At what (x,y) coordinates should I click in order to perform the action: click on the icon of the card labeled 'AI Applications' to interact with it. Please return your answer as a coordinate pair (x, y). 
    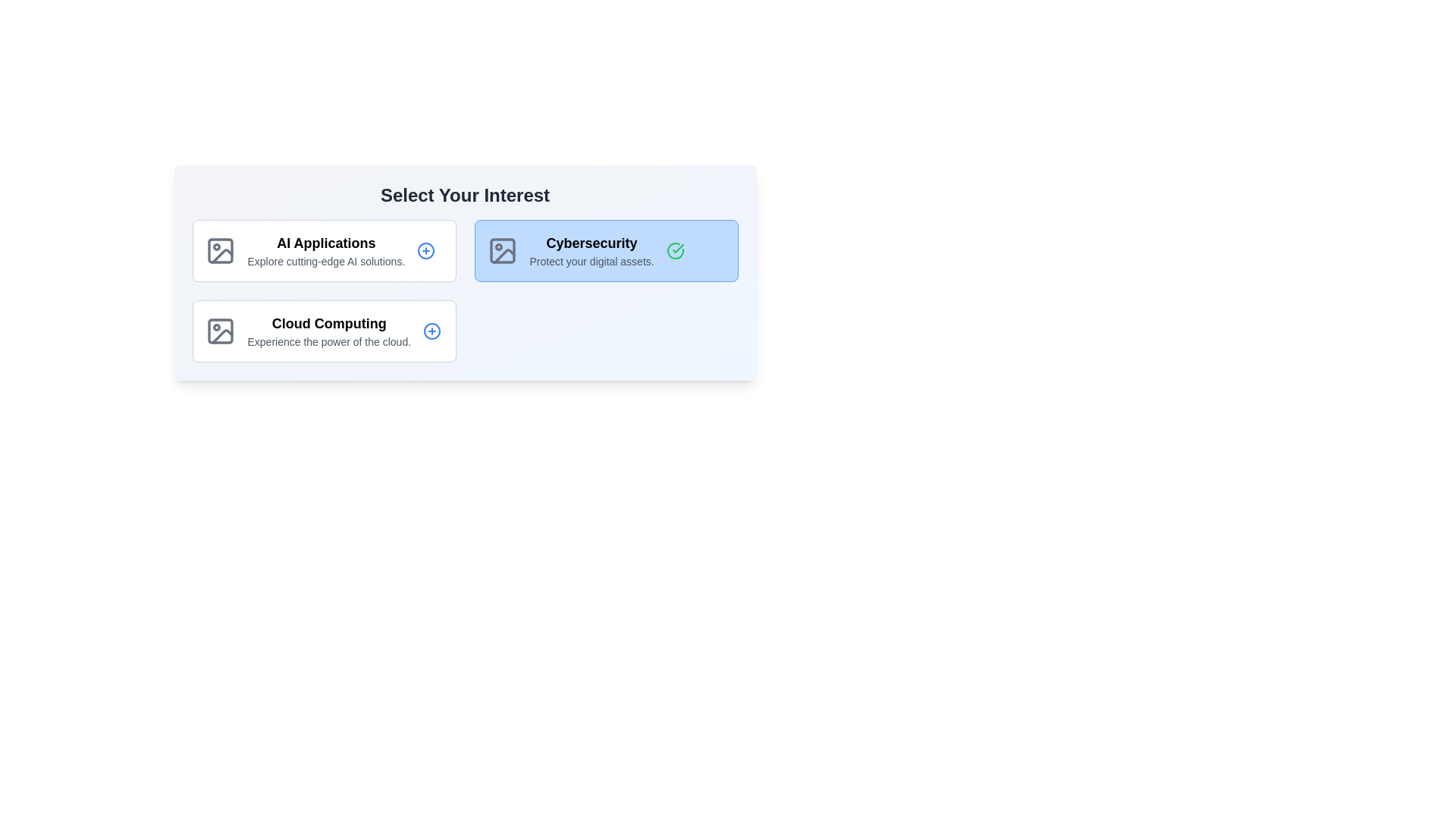
    Looking at the image, I should click on (219, 250).